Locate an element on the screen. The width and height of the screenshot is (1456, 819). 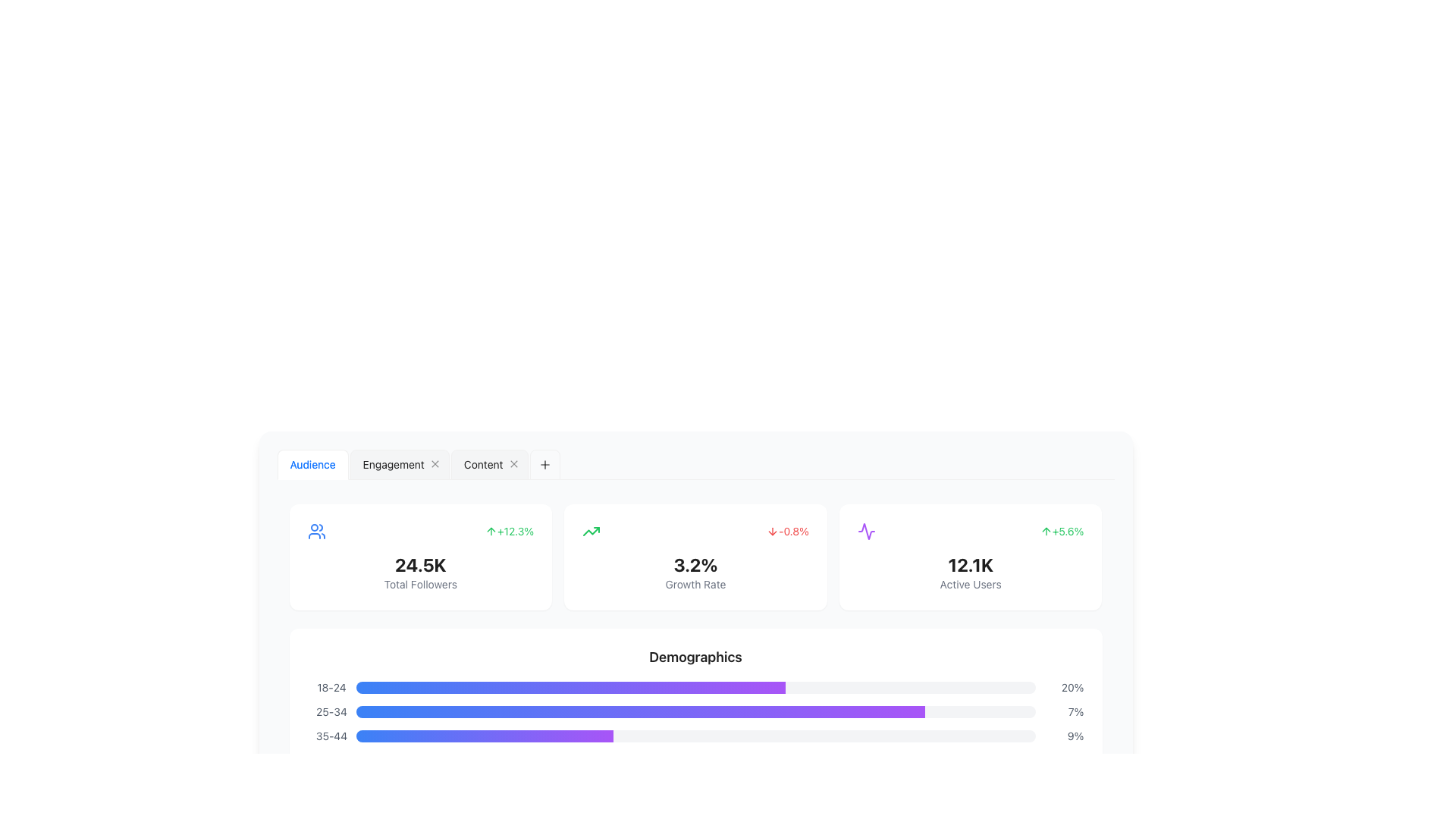
the label displaying the total number of followers, which is centrally located within the widget below the '+12.3%' label is located at coordinates (420, 564).